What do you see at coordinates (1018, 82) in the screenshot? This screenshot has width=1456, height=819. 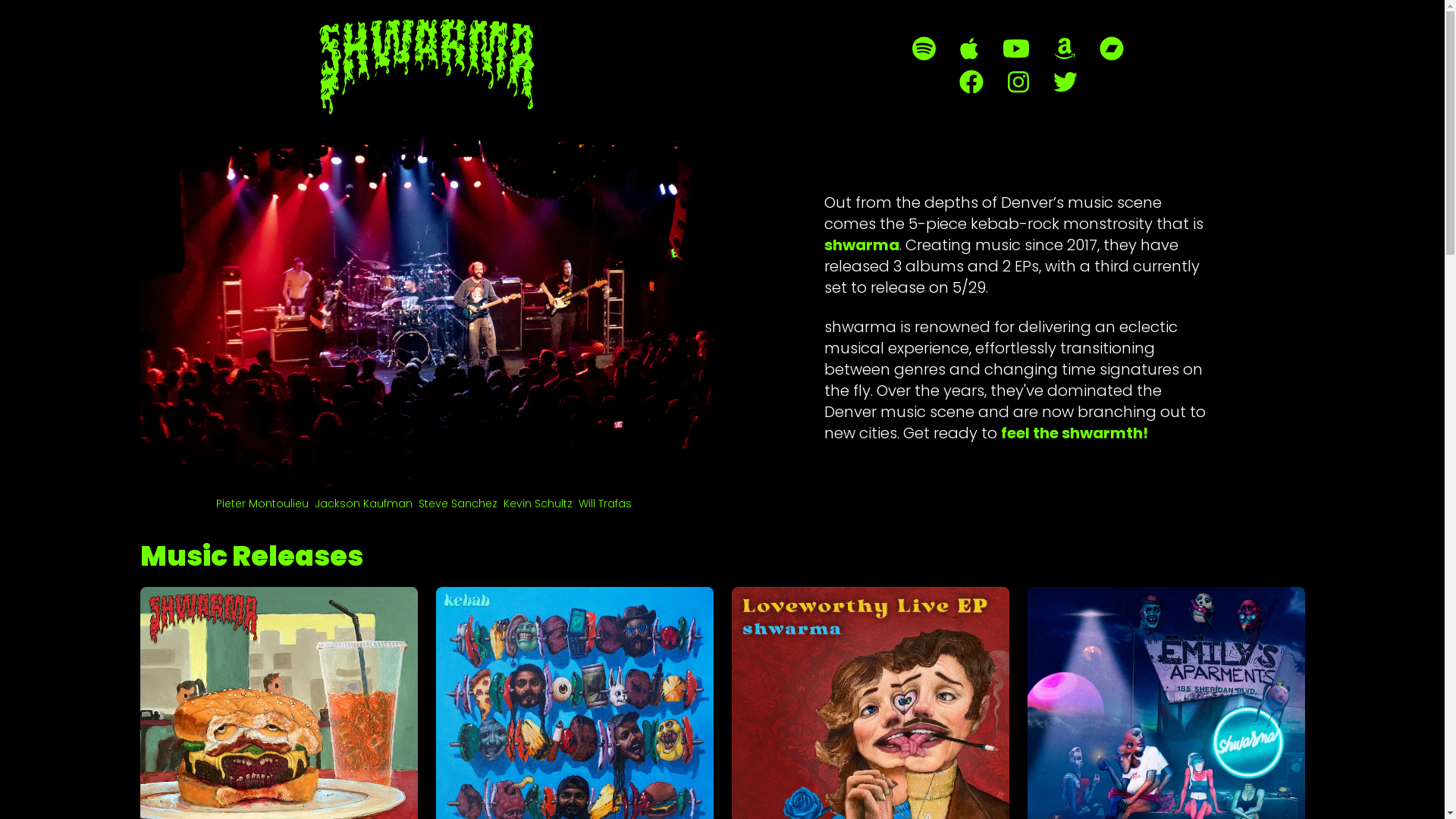 I see `'Instagram'` at bounding box center [1018, 82].